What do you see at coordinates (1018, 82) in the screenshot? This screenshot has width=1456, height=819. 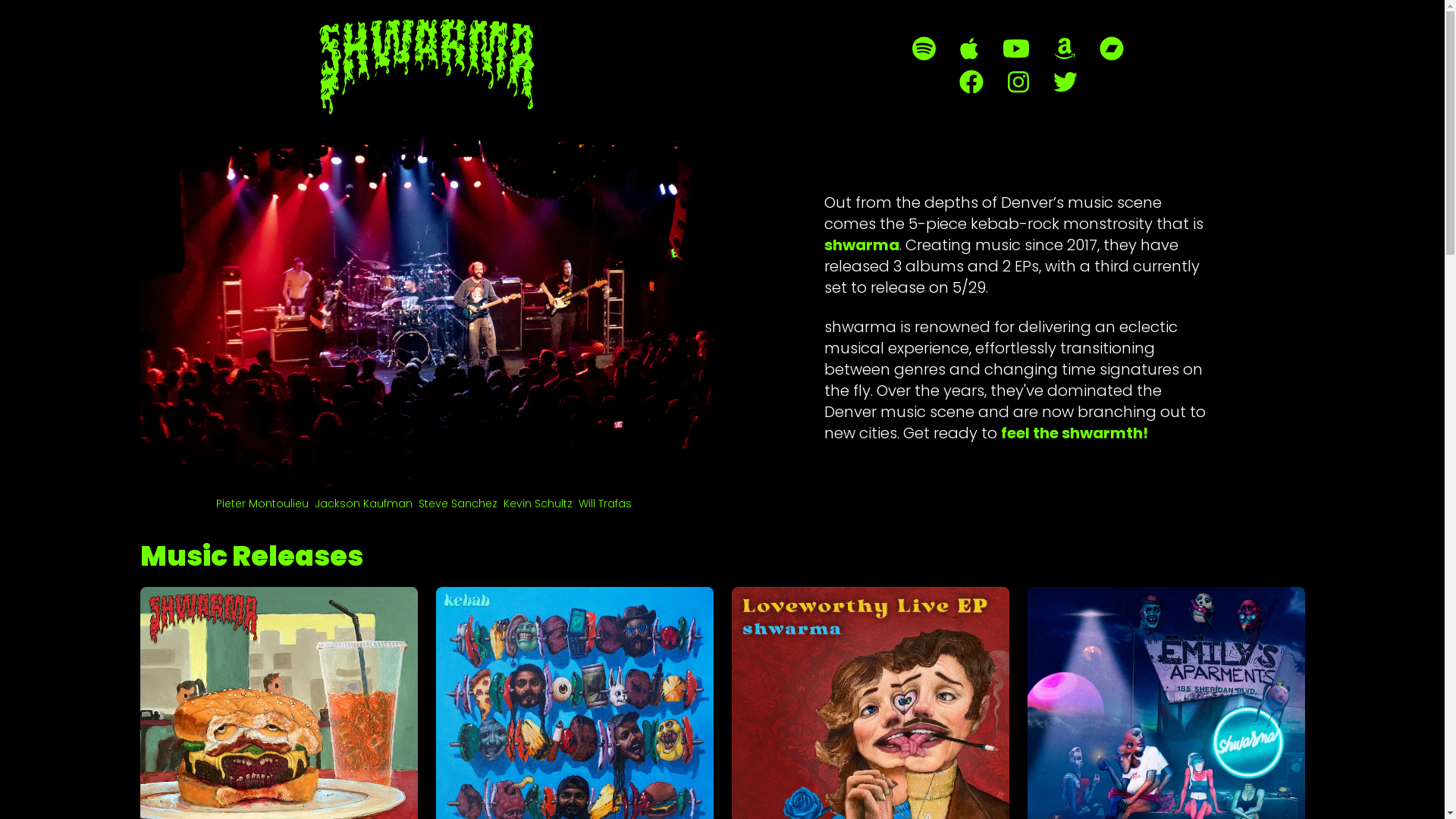 I see `'Instagram'` at bounding box center [1018, 82].